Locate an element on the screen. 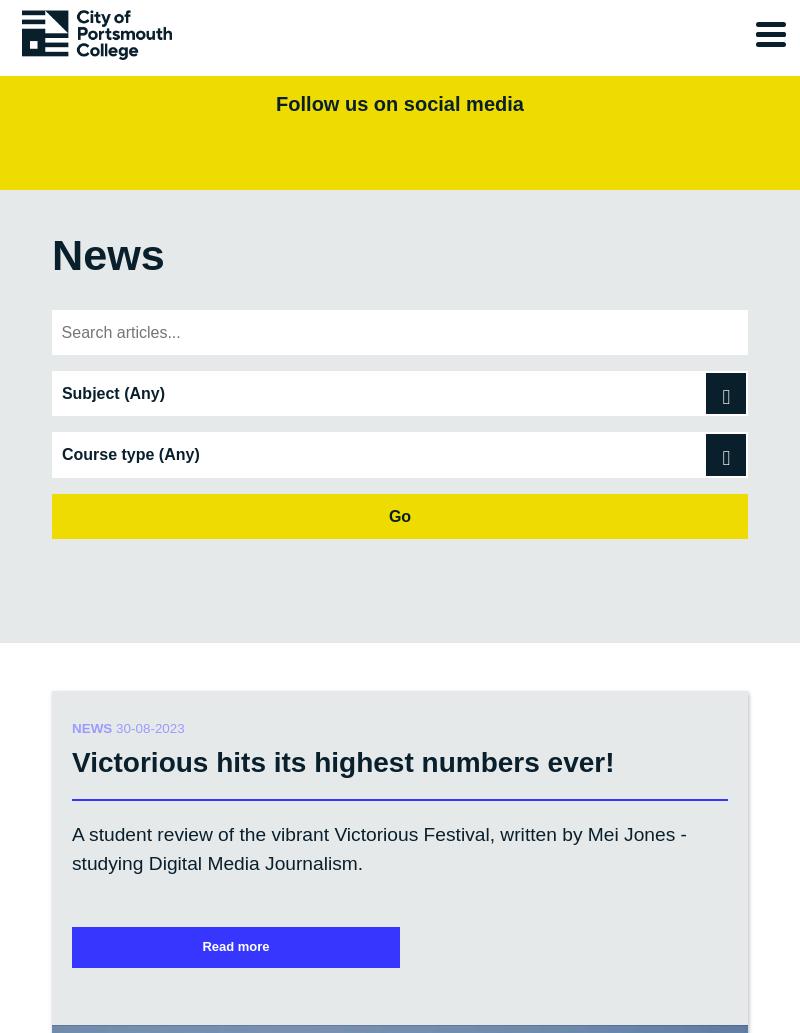 This screenshot has height=1033, width=800. 'Campus locations' is located at coordinates (129, 948).